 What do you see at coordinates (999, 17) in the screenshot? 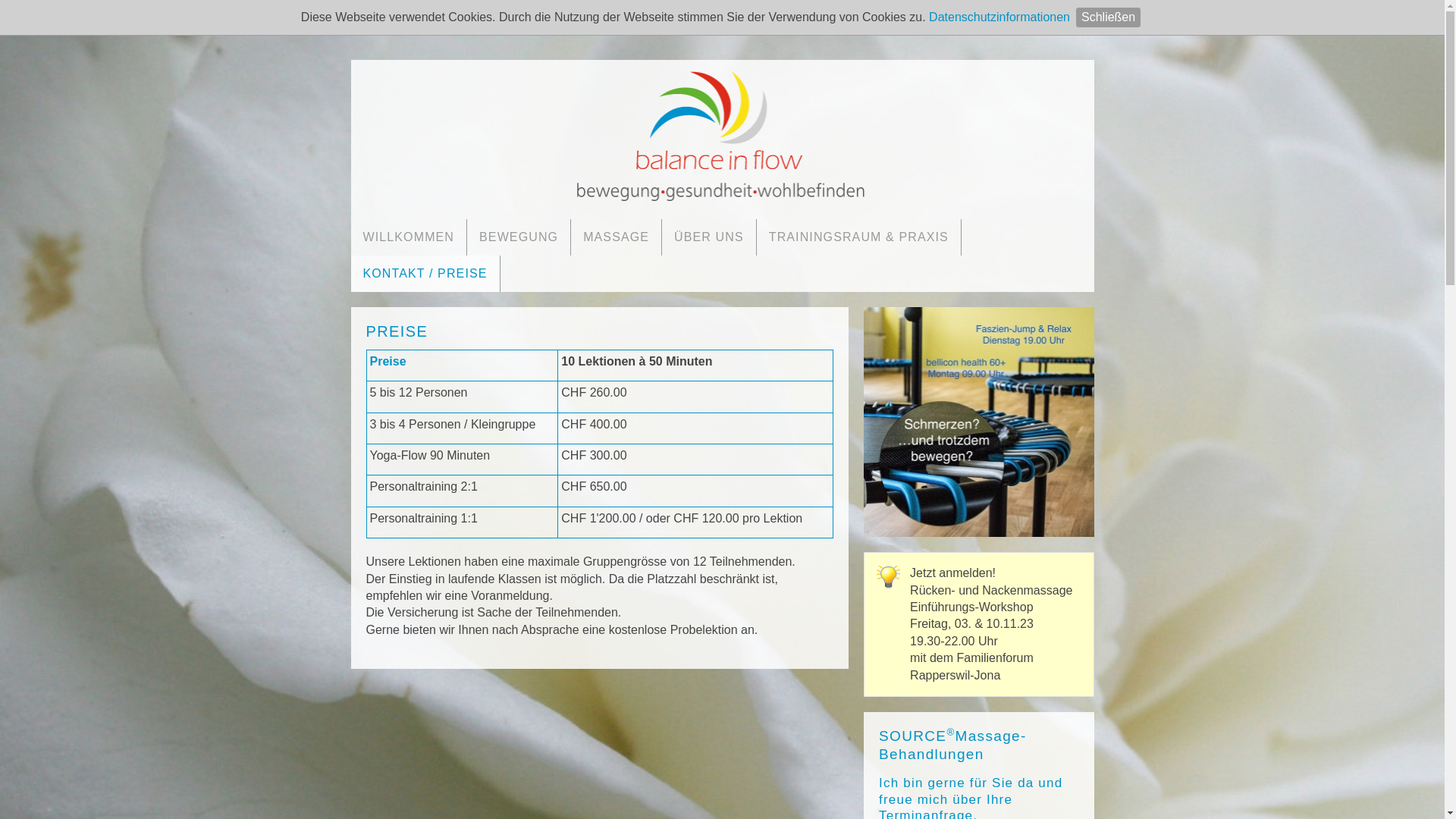
I see `'Datenschutzinformationen'` at bounding box center [999, 17].